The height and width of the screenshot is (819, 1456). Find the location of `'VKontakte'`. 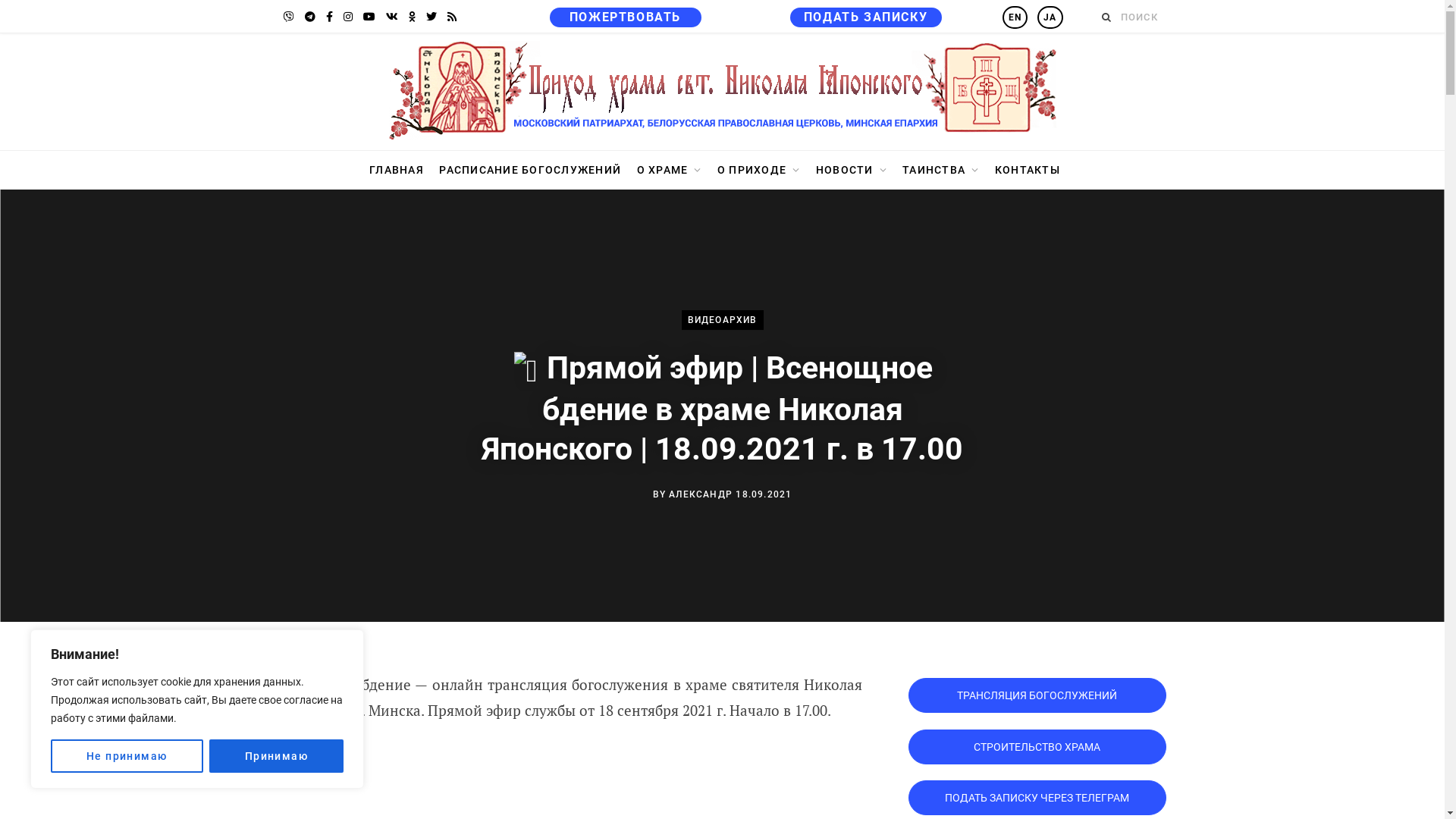

'VKontakte' is located at coordinates (391, 17).